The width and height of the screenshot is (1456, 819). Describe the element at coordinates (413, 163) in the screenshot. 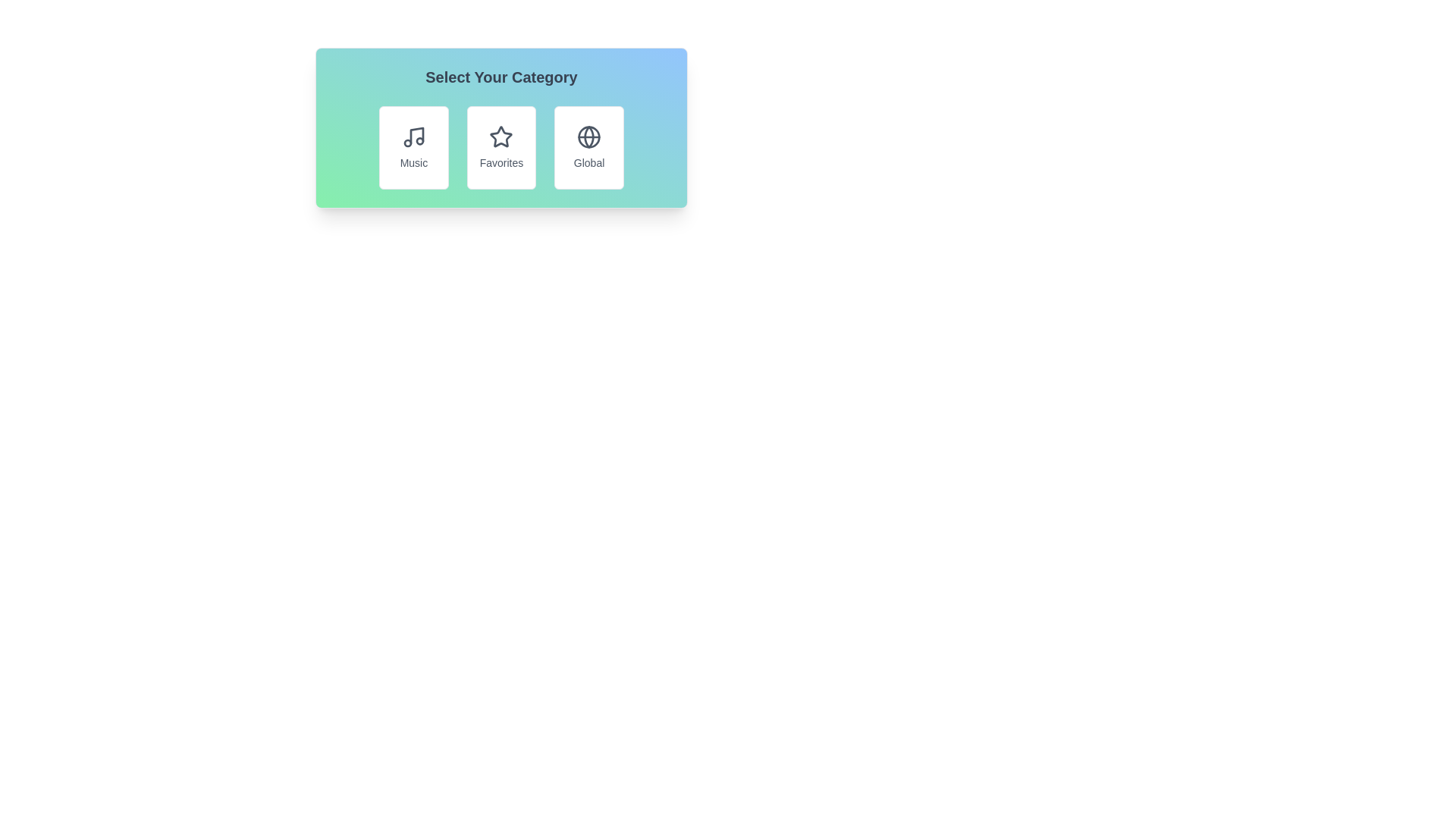

I see `the 'Music' text label located below the music icon in the first card of the 'Select Your Category' section` at that location.